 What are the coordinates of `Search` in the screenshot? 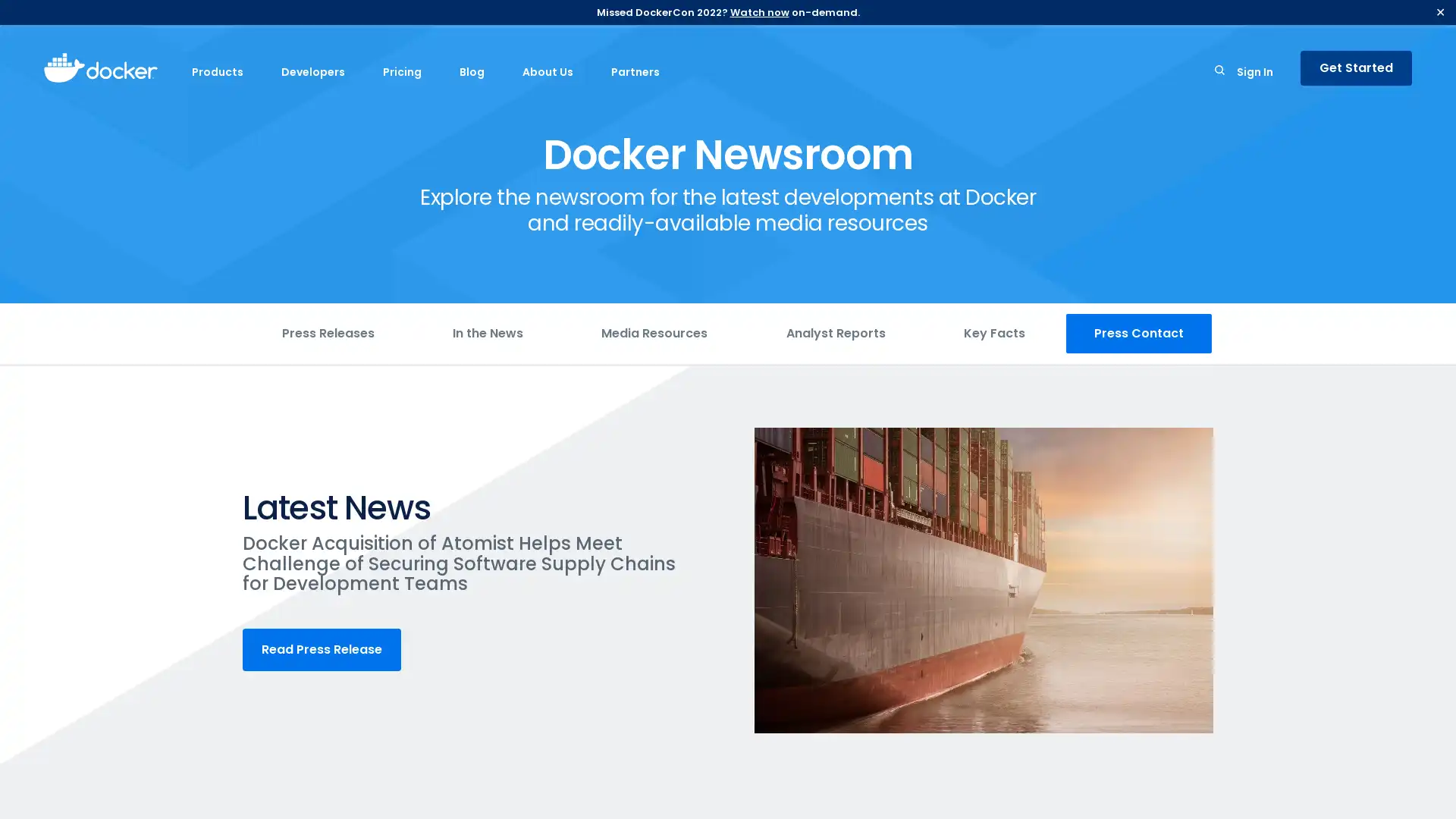 It's located at (1219, 73).